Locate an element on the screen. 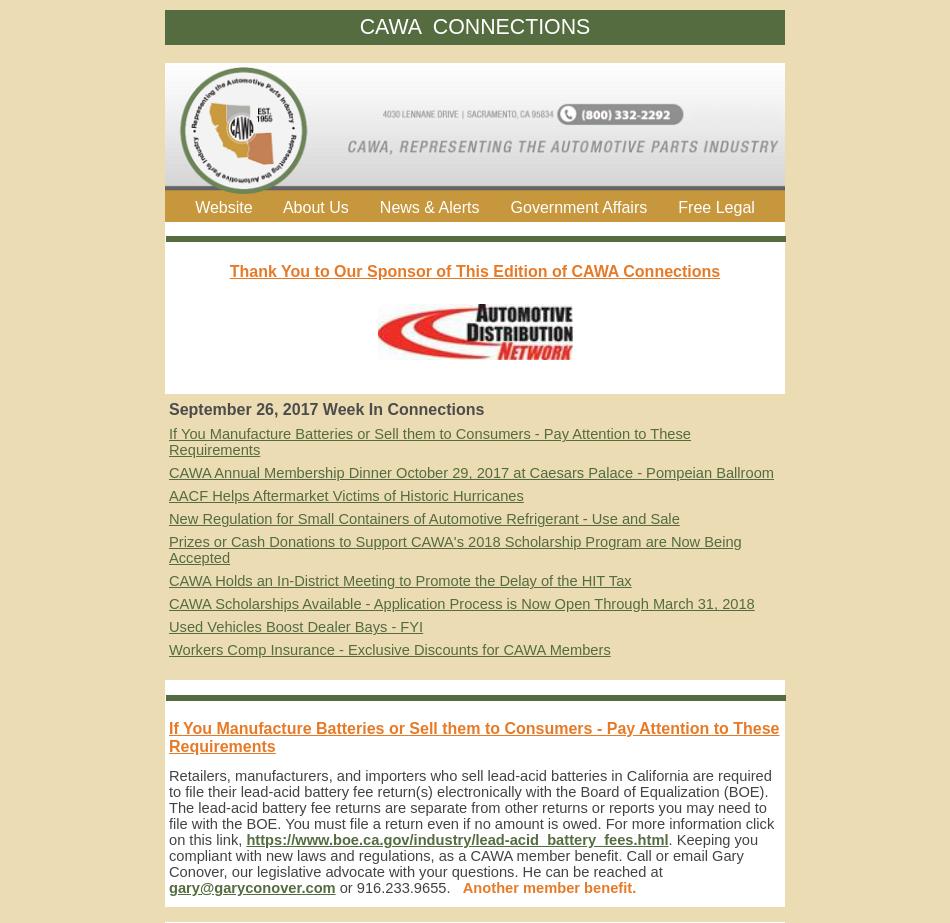 Image resolution: width=950 pixels, height=923 pixels. 'Another member benefit.' is located at coordinates (549, 887).